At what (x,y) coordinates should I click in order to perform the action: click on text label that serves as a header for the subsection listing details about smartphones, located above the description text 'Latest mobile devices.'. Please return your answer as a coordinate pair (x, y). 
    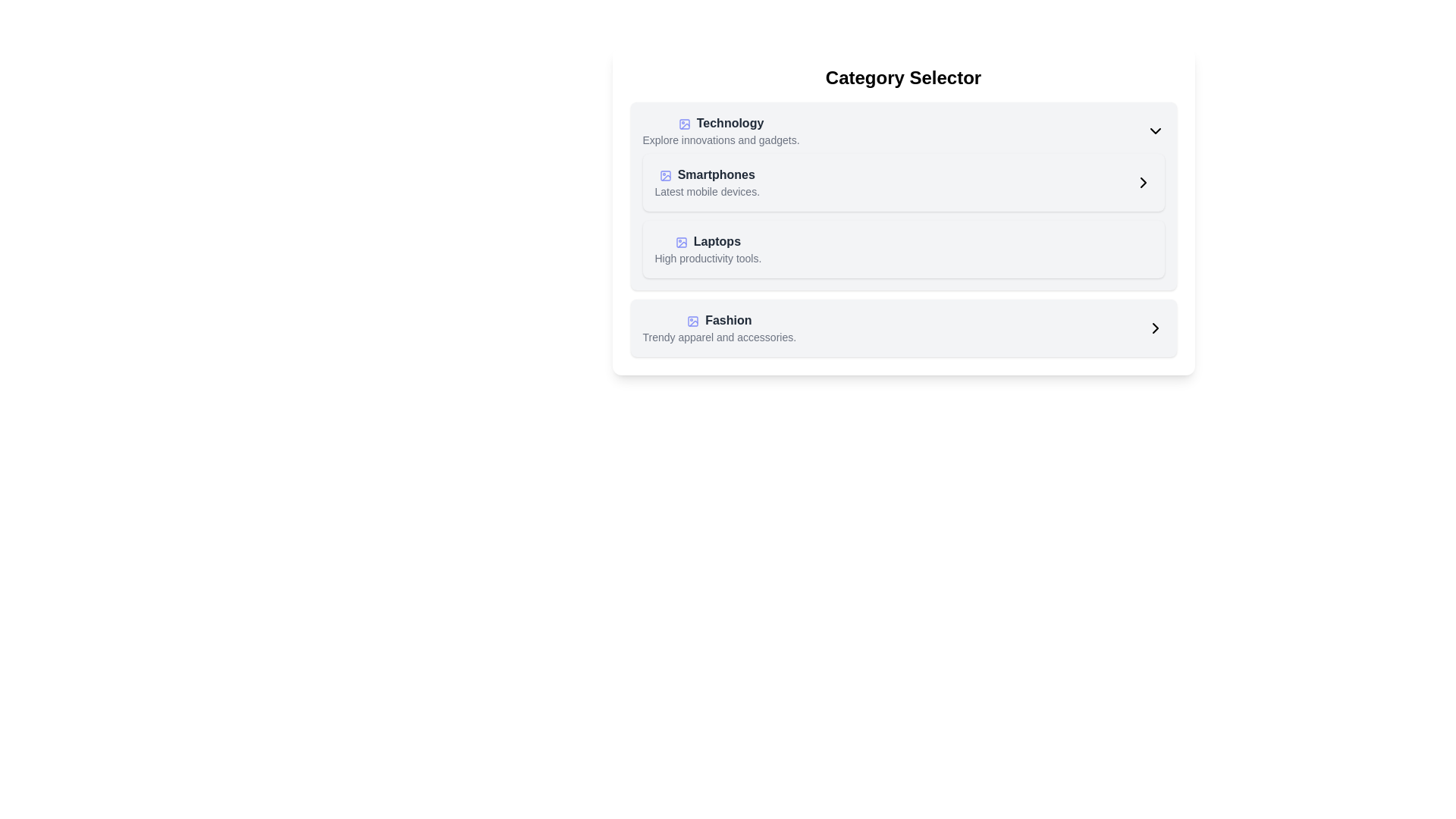
    Looking at the image, I should click on (715, 174).